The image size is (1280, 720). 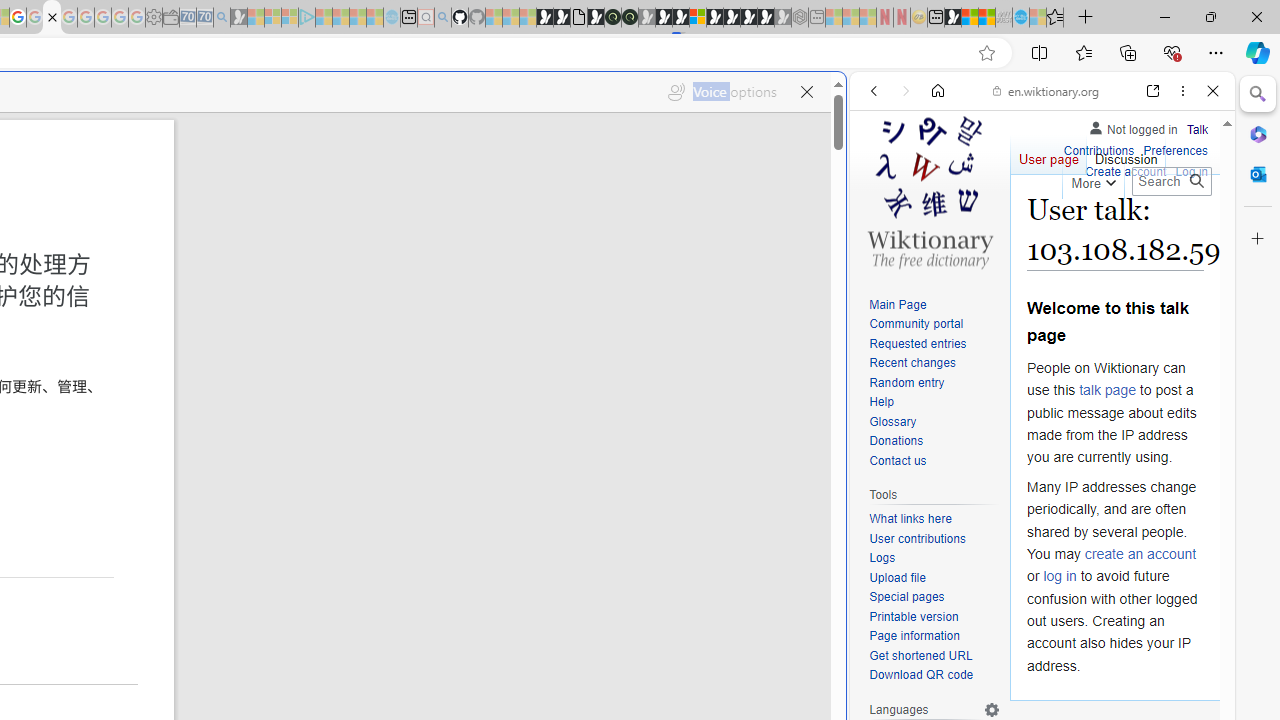 I want to click on 'log in', so click(x=1058, y=576).